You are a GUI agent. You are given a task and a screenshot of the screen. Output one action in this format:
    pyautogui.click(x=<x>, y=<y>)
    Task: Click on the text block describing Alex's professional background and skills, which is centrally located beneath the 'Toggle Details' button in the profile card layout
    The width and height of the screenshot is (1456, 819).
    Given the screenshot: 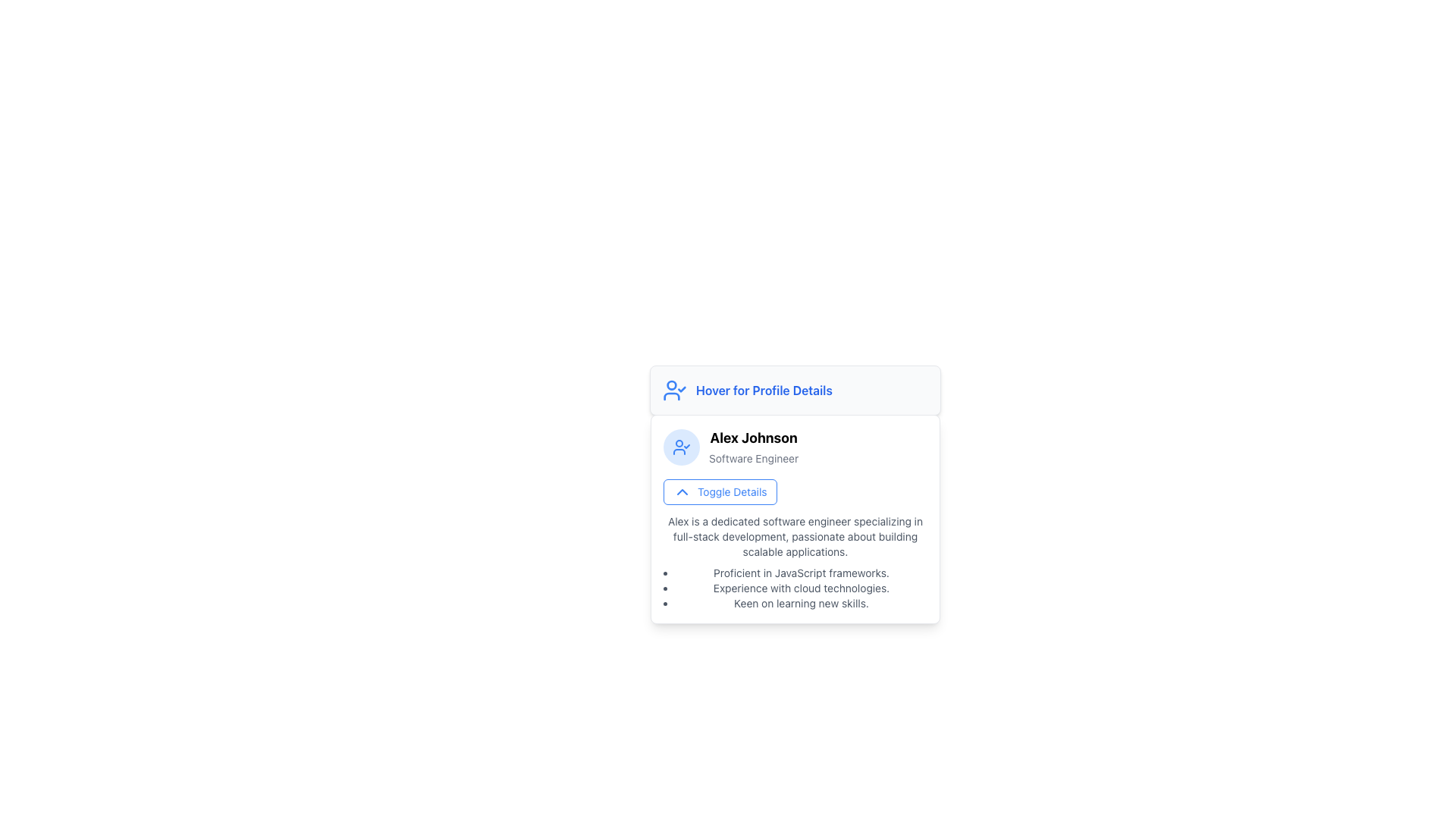 What is the action you would take?
    pyautogui.click(x=795, y=562)
    